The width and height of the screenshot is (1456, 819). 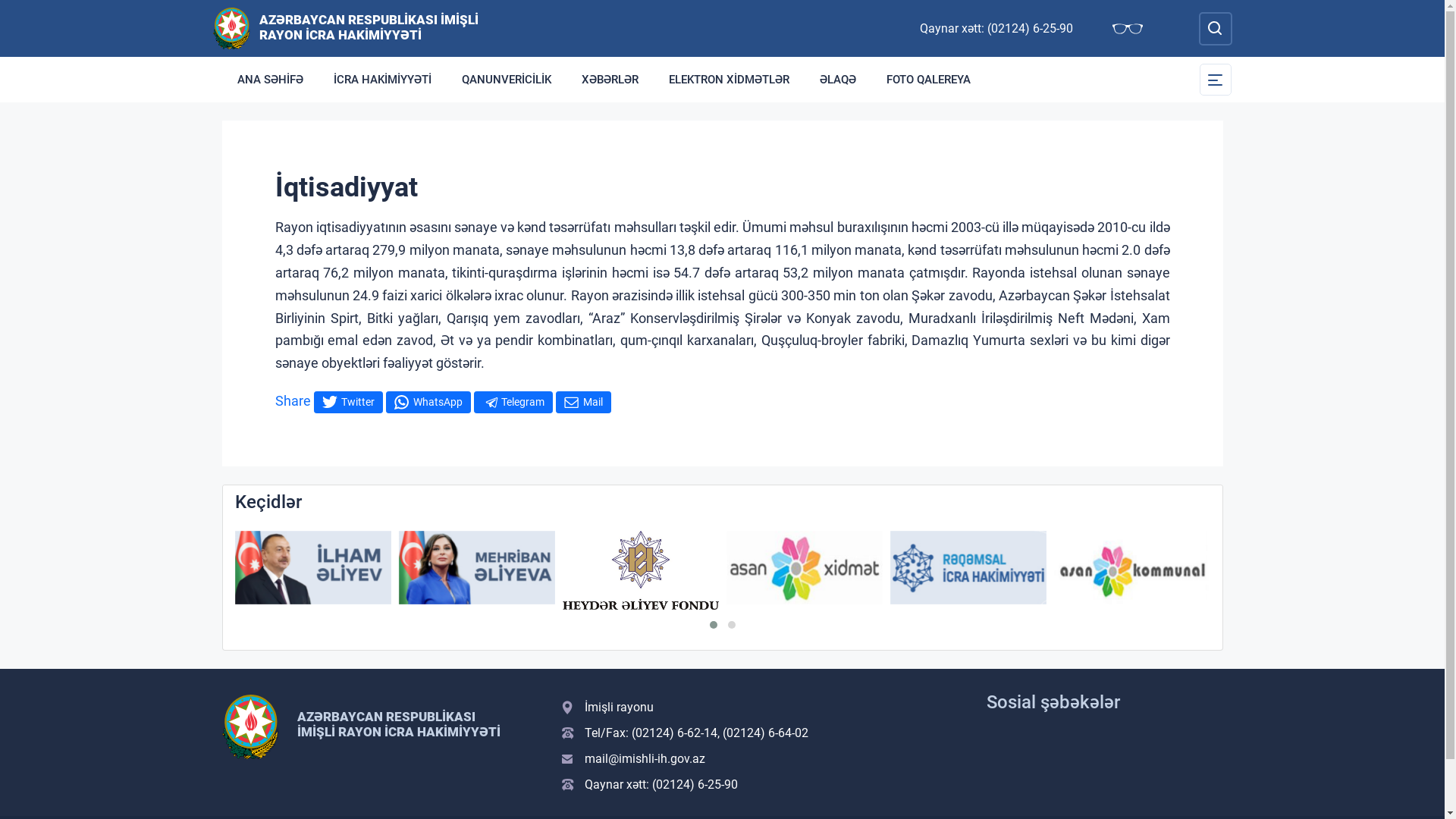 I want to click on 'QANUNVERICILIK', so click(x=506, y=79).